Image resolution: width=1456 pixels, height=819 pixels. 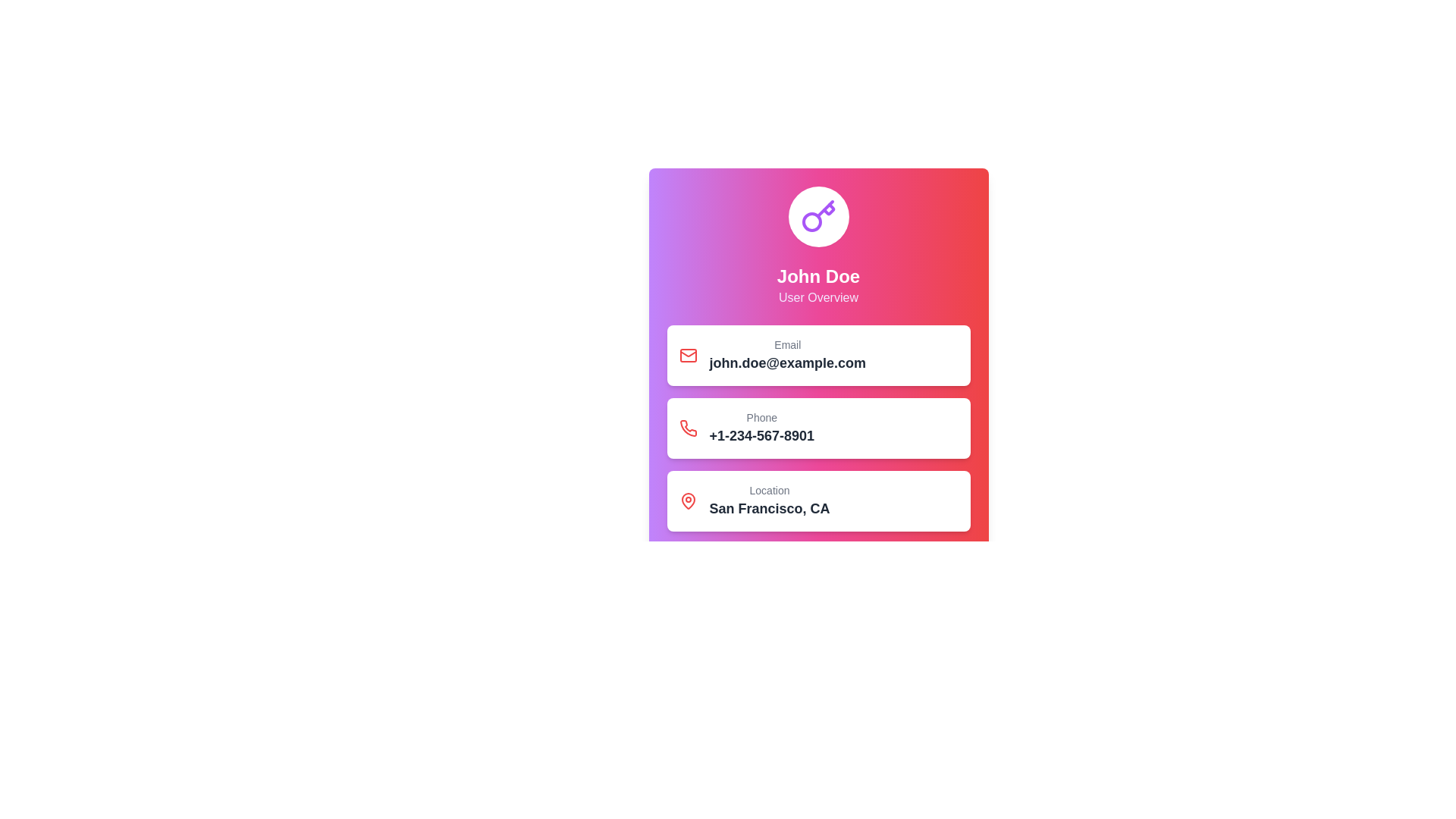 I want to click on text from the Header section that identifies the user by name and provides the descriptor 'User Overview.', so click(x=817, y=246).